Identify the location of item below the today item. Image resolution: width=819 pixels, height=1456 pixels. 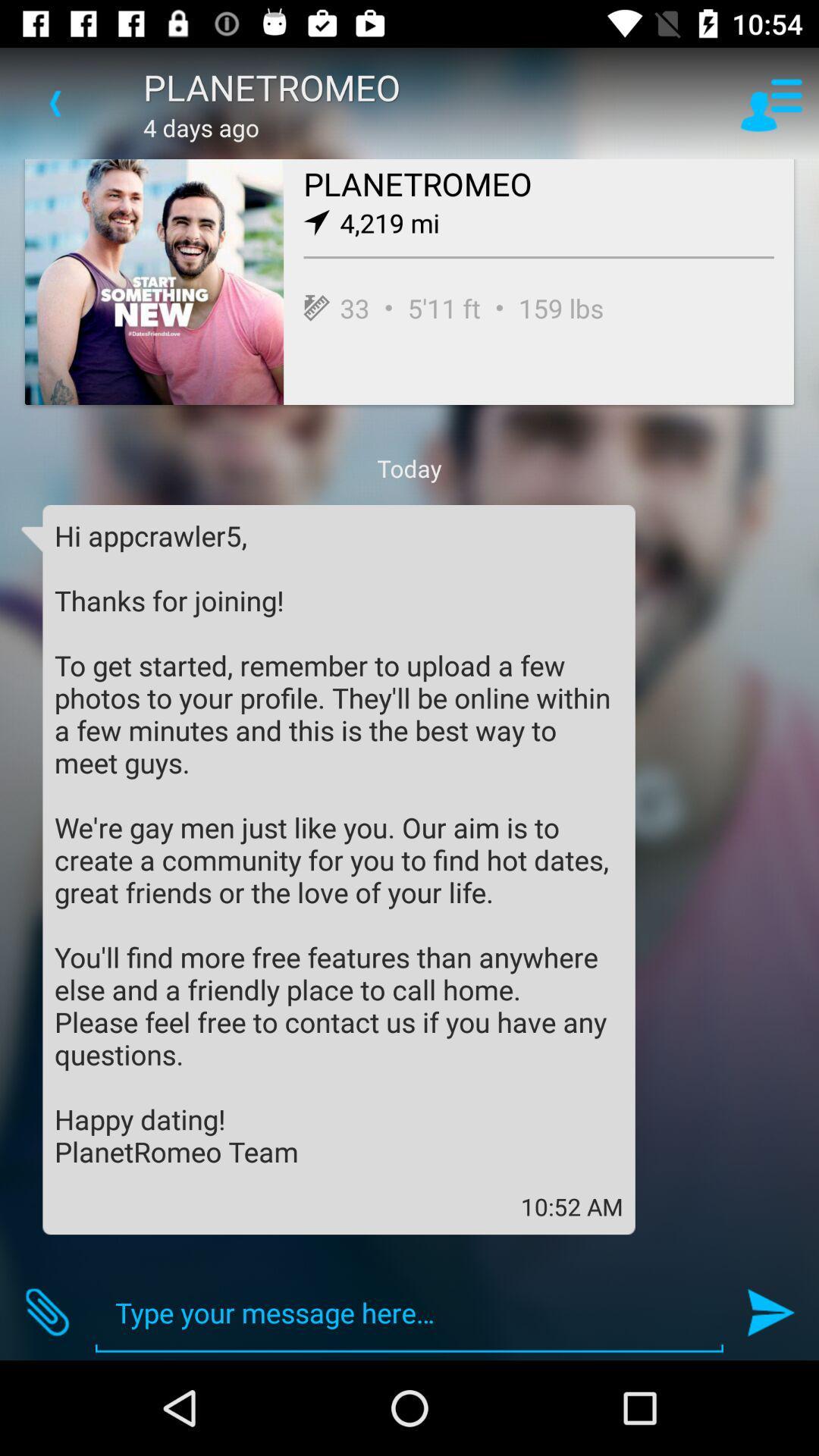
(338, 843).